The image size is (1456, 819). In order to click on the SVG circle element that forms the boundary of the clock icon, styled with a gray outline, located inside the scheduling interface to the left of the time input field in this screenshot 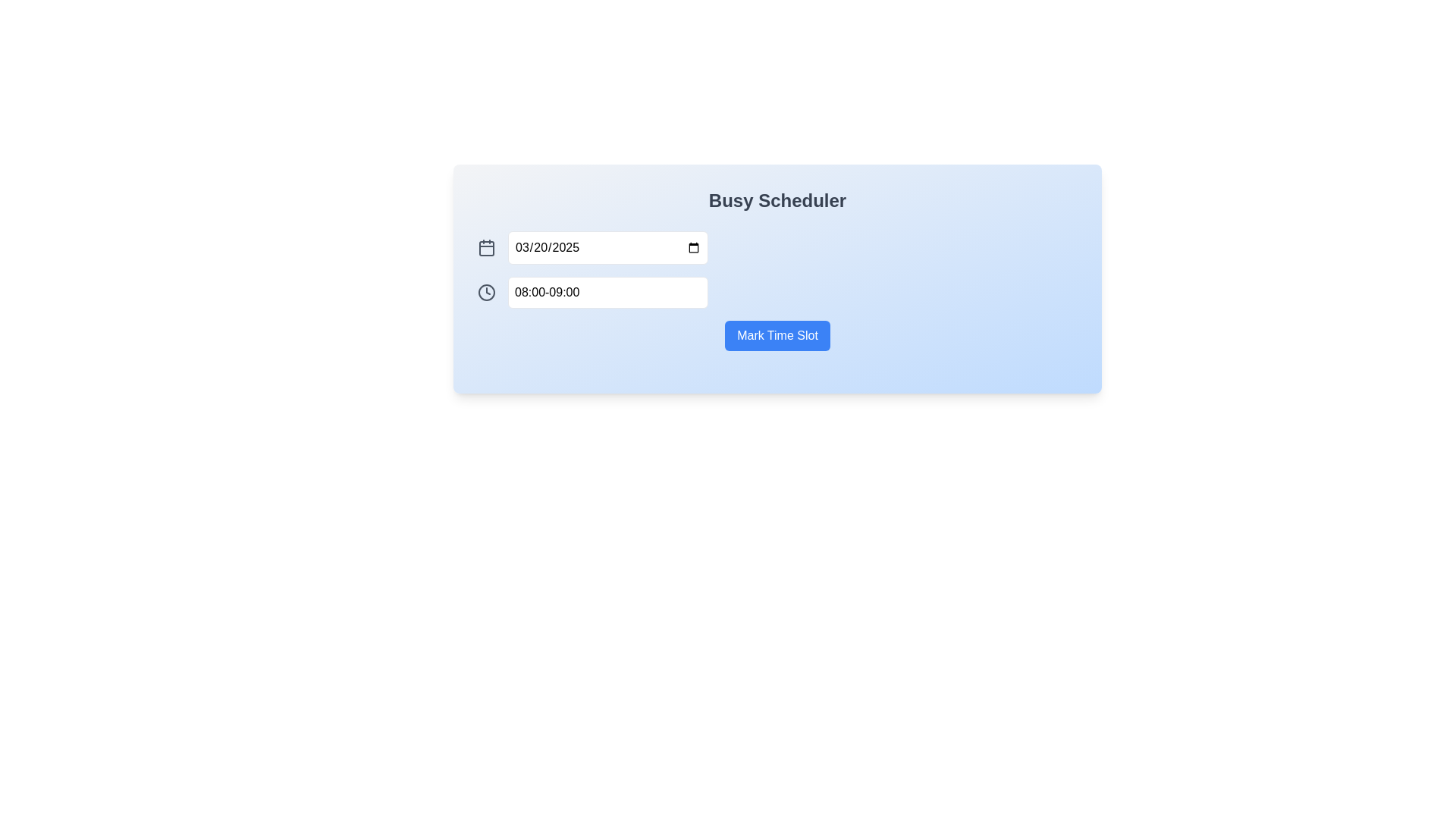, I will do `click(487, 292)`.